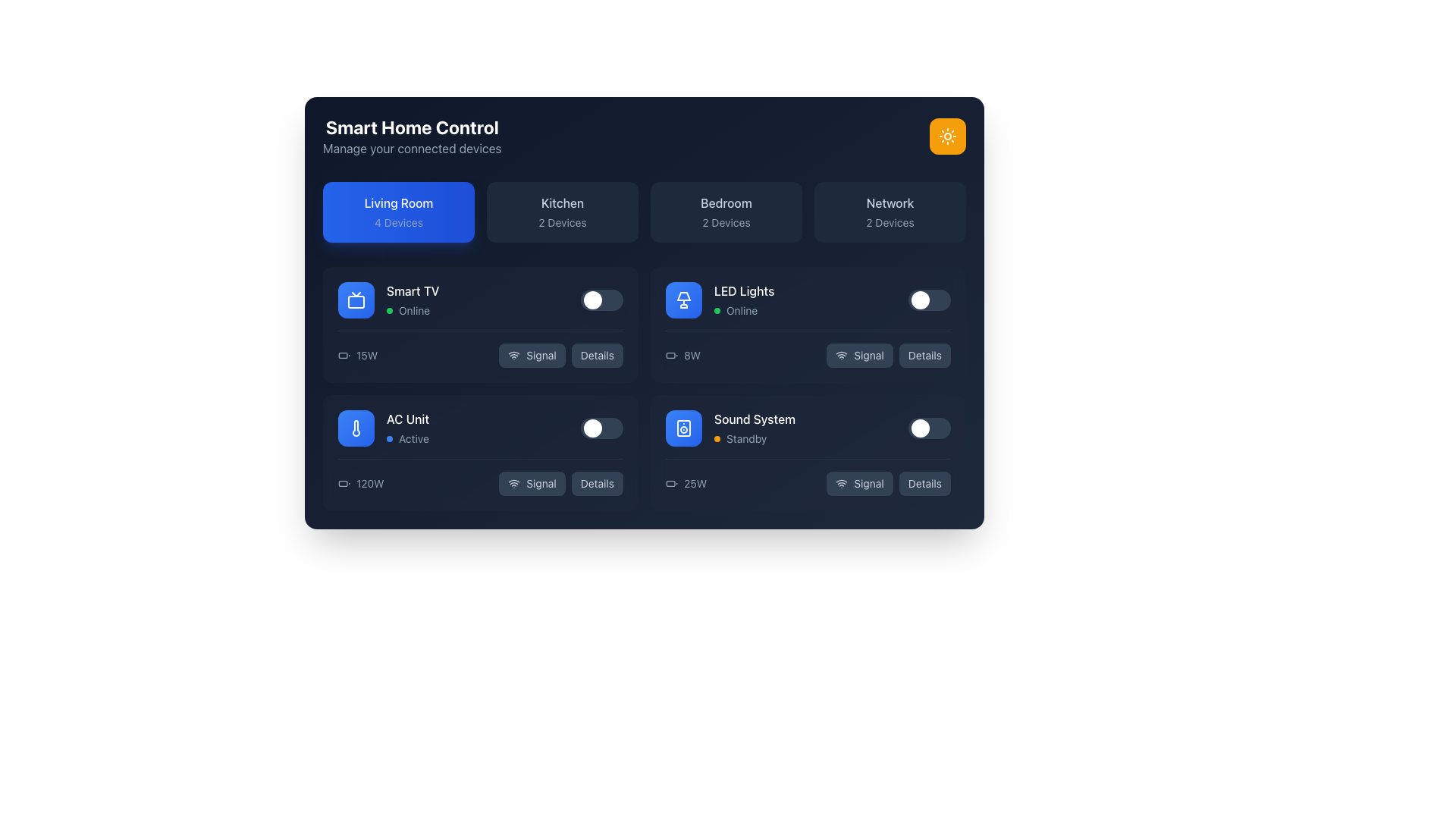 Image resolution: width=1456 pixels, height=819 pixels. What do you see at coordinates (413, 300) in the screenshot?
I see `the Text label displaying 'Smart TV' with the status indicator showing 'Online', located on the right side of the TV icon in the 'Living Room' section` at bounding box center [413, 300].